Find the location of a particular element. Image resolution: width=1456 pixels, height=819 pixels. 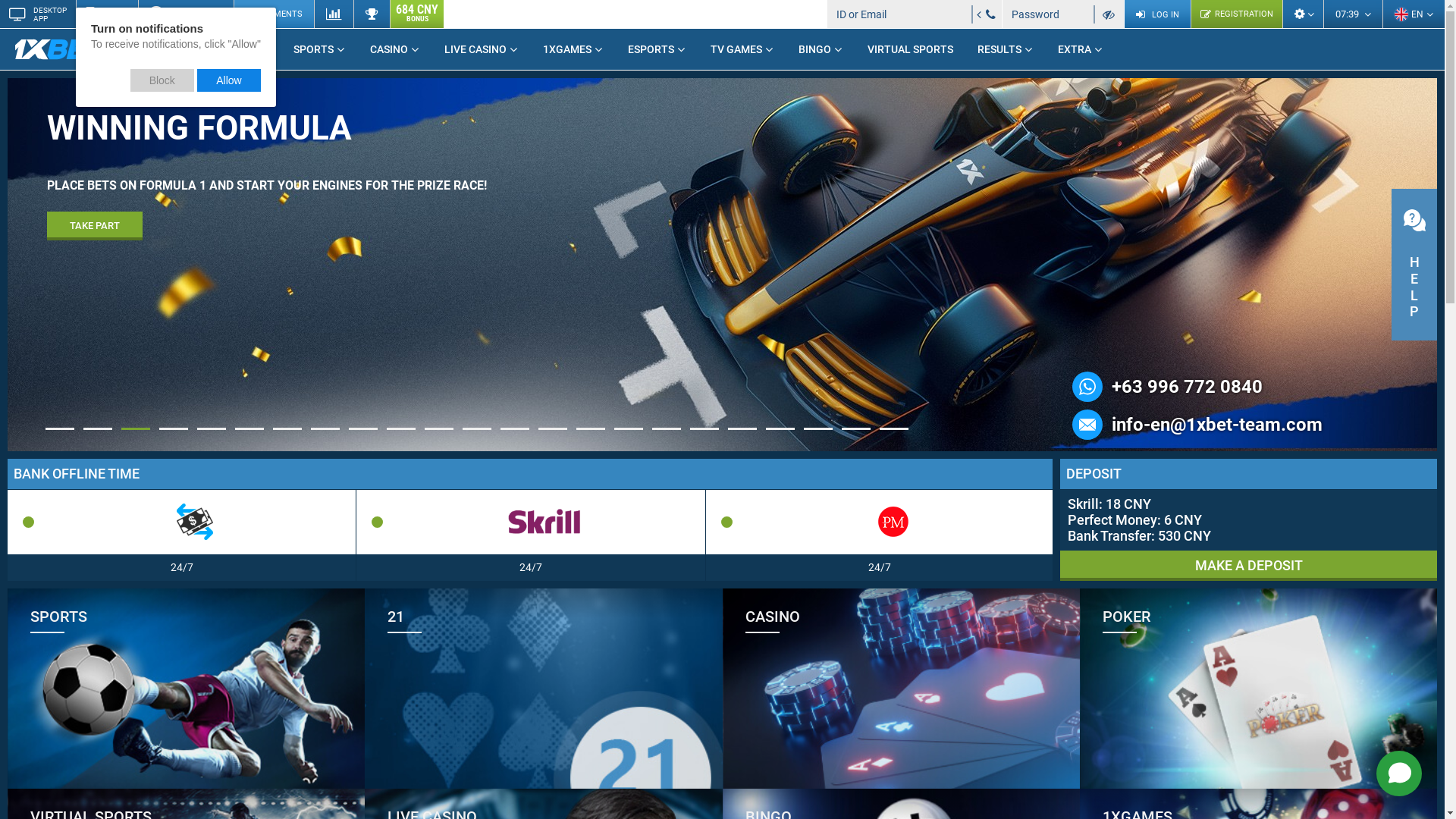

'LIVE CASINO' is located at coordinates (480, 49).